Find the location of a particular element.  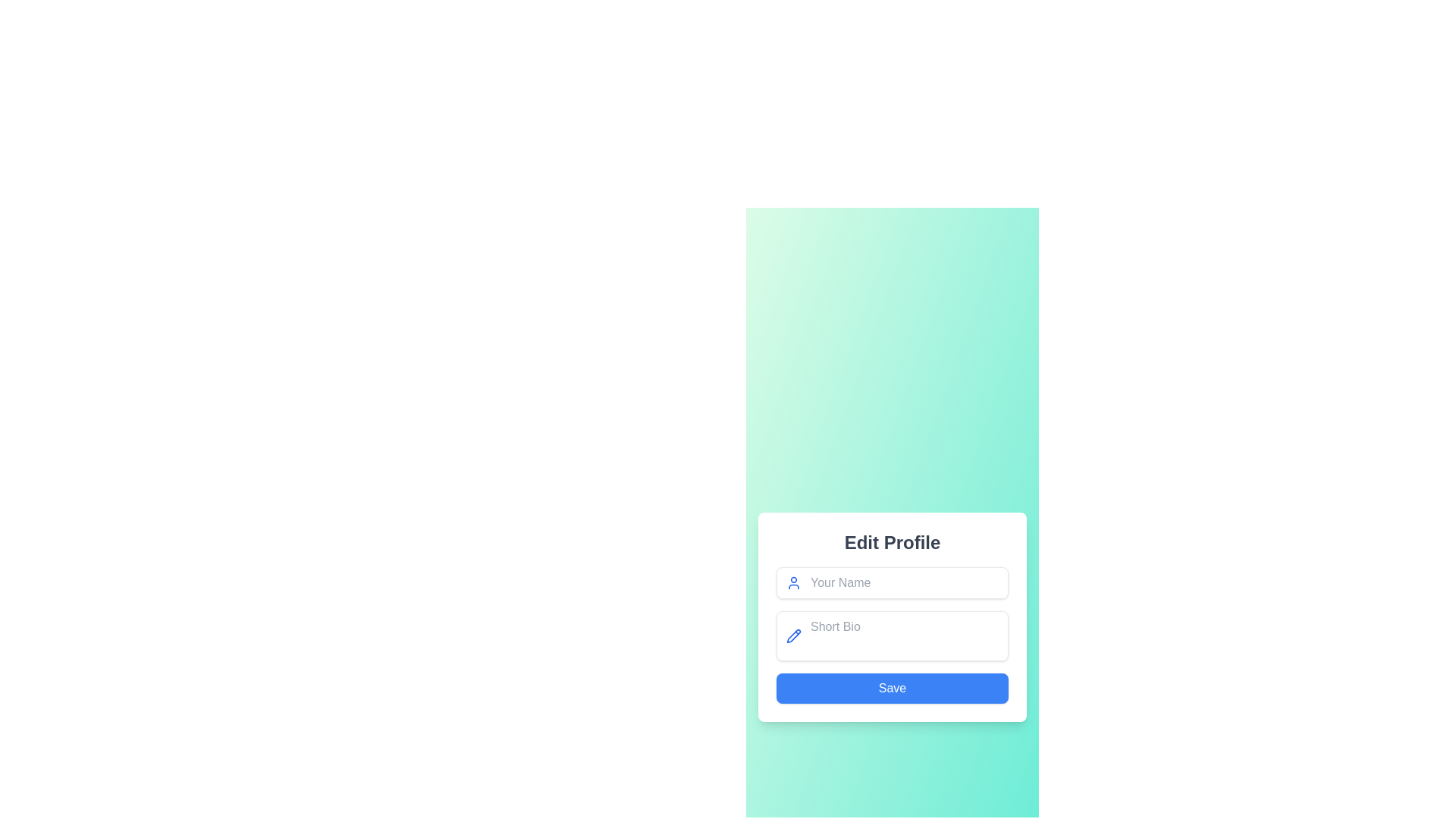

the thin, oblique shape resembling part of a pencil icon with a blue outline, located immediately to the left of the 'Short Bio' input field in the 'Edit Profile' form is located at coordinates (792, 635).